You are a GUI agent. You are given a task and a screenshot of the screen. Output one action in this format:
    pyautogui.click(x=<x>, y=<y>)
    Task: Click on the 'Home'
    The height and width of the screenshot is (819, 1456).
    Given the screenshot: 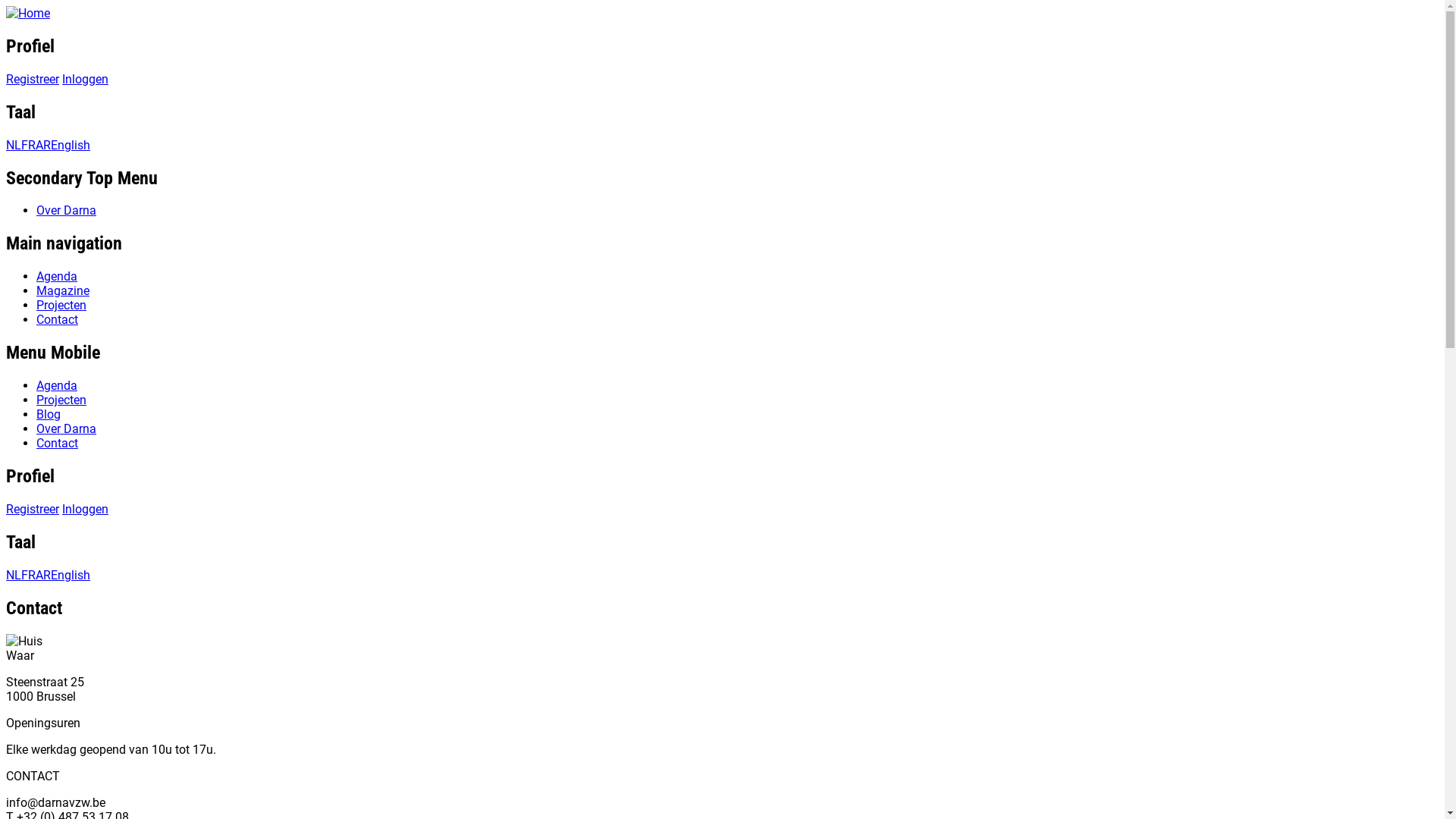 What is the action you would take?
    pyautogui.click(x=6, y=13)
    